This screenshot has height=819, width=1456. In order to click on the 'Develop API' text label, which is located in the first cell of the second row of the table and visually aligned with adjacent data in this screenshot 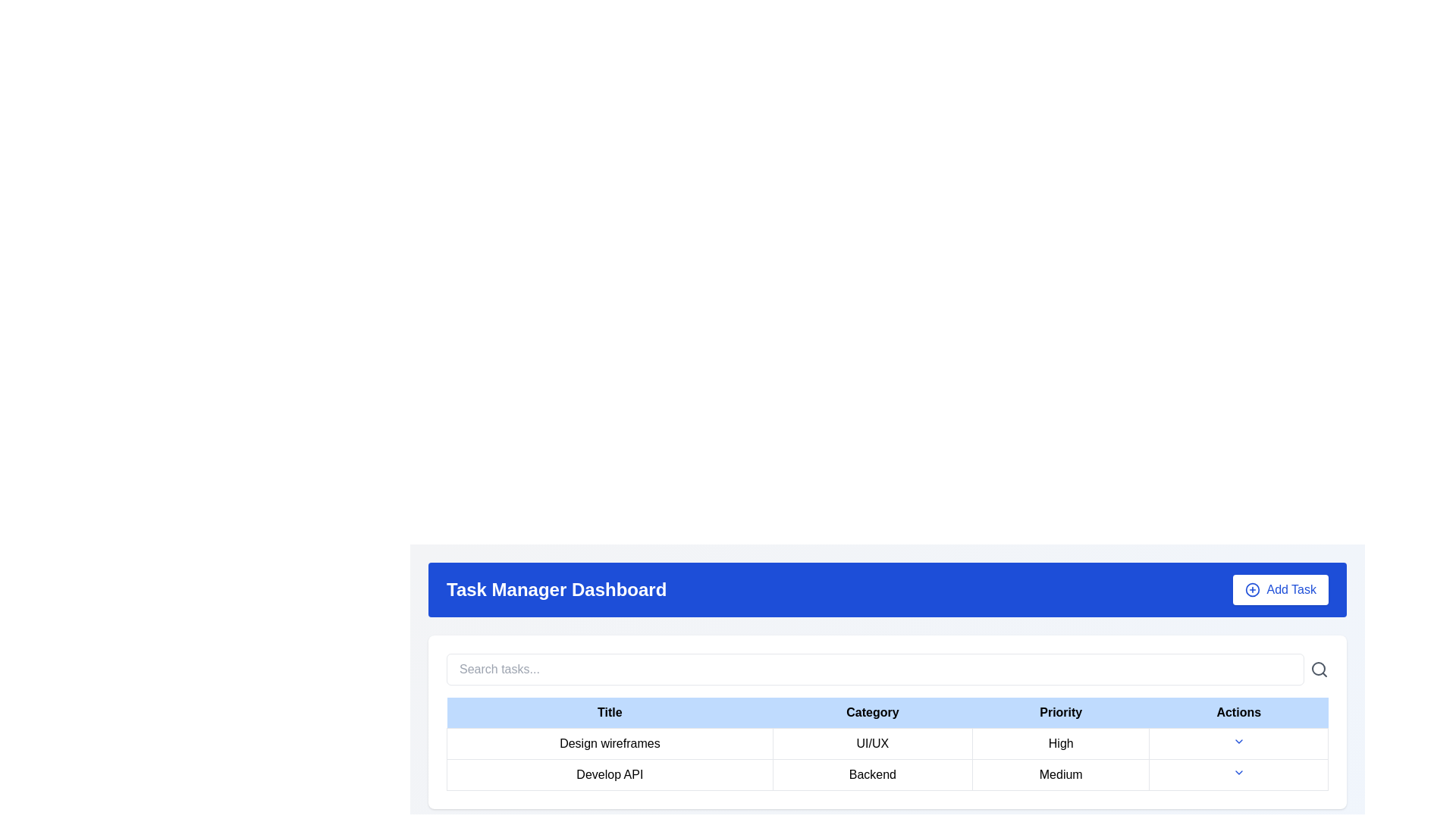, I will do `click(610, 775)`.